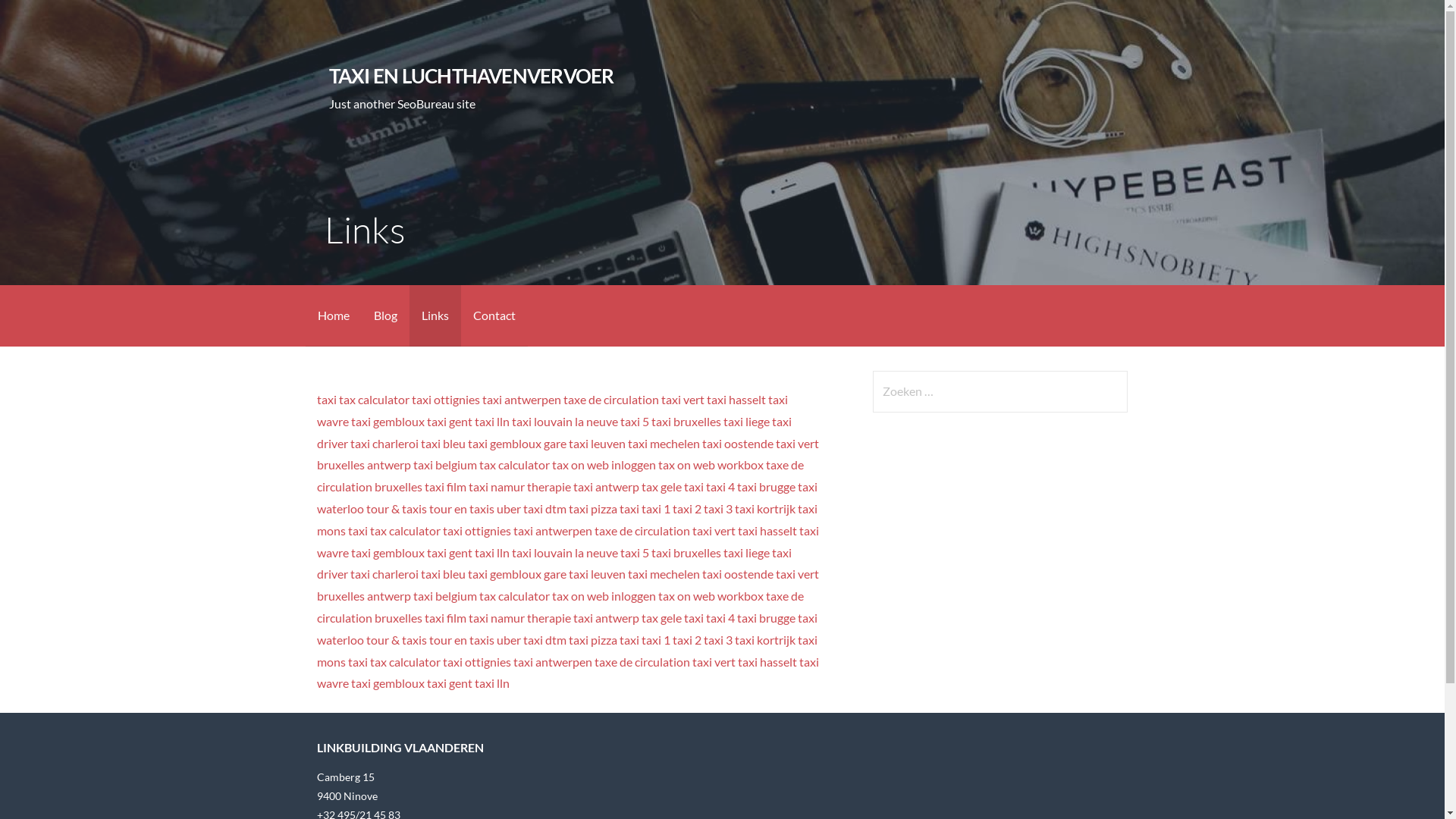 This screenshot has height=819, width=1456. What do you see at coordinates (384, 443) in the screenshot?
I see `'taxi charleroi'` at bounding box center [384, 443].